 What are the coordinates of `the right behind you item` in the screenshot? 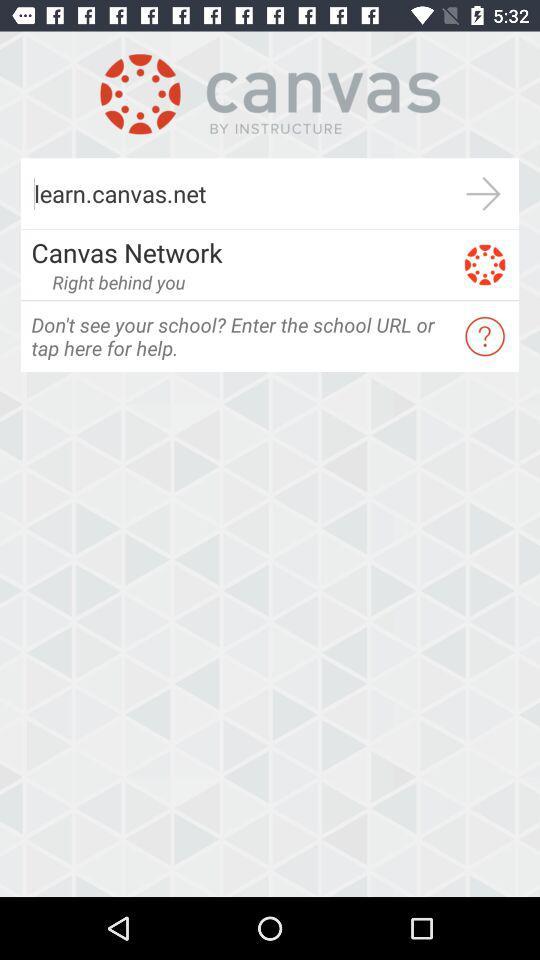 It's located at (118, 281).